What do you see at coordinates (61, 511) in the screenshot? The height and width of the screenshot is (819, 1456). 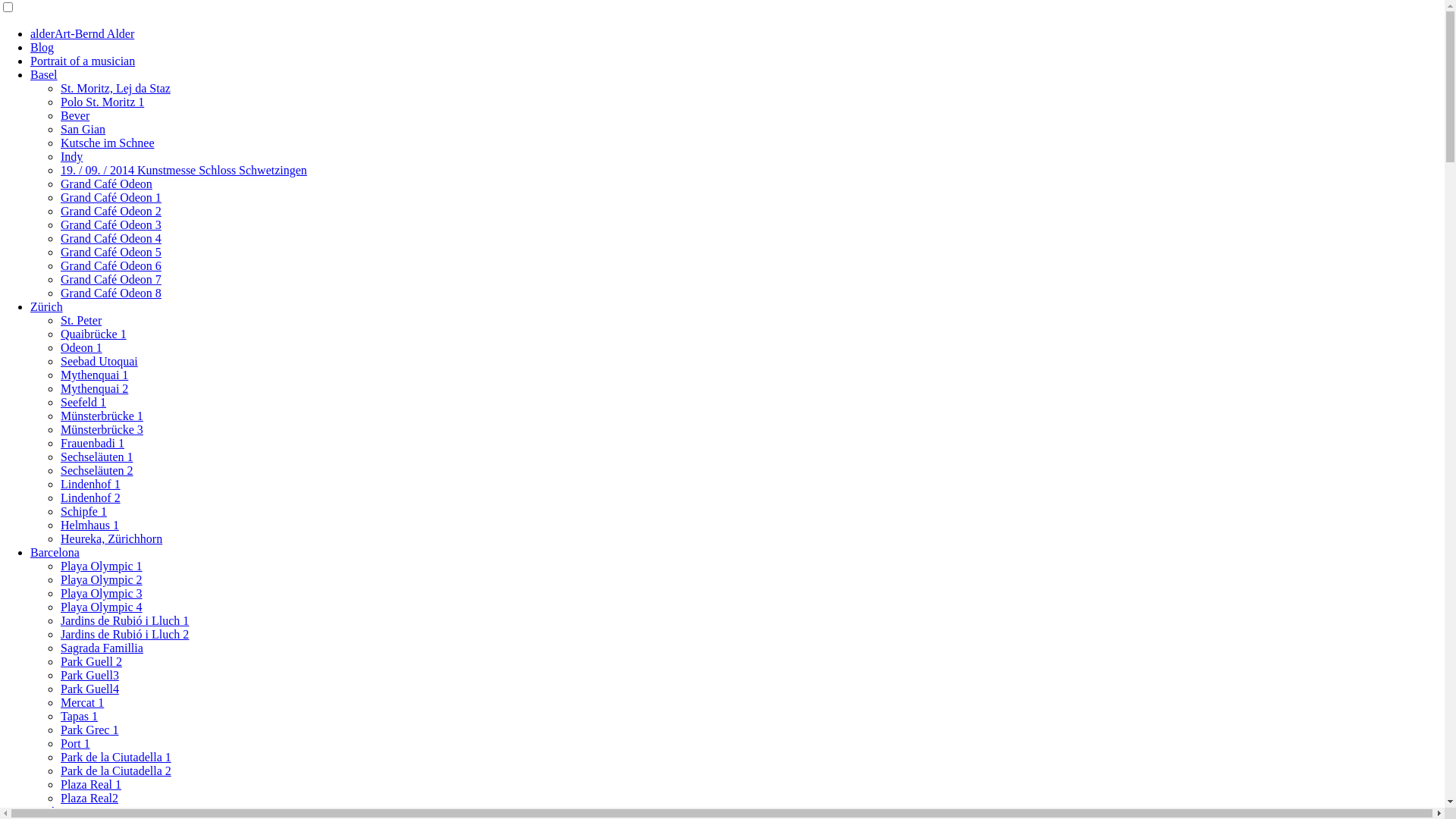 I see `'Schipfe 1'` at bounding box center [61, 511].